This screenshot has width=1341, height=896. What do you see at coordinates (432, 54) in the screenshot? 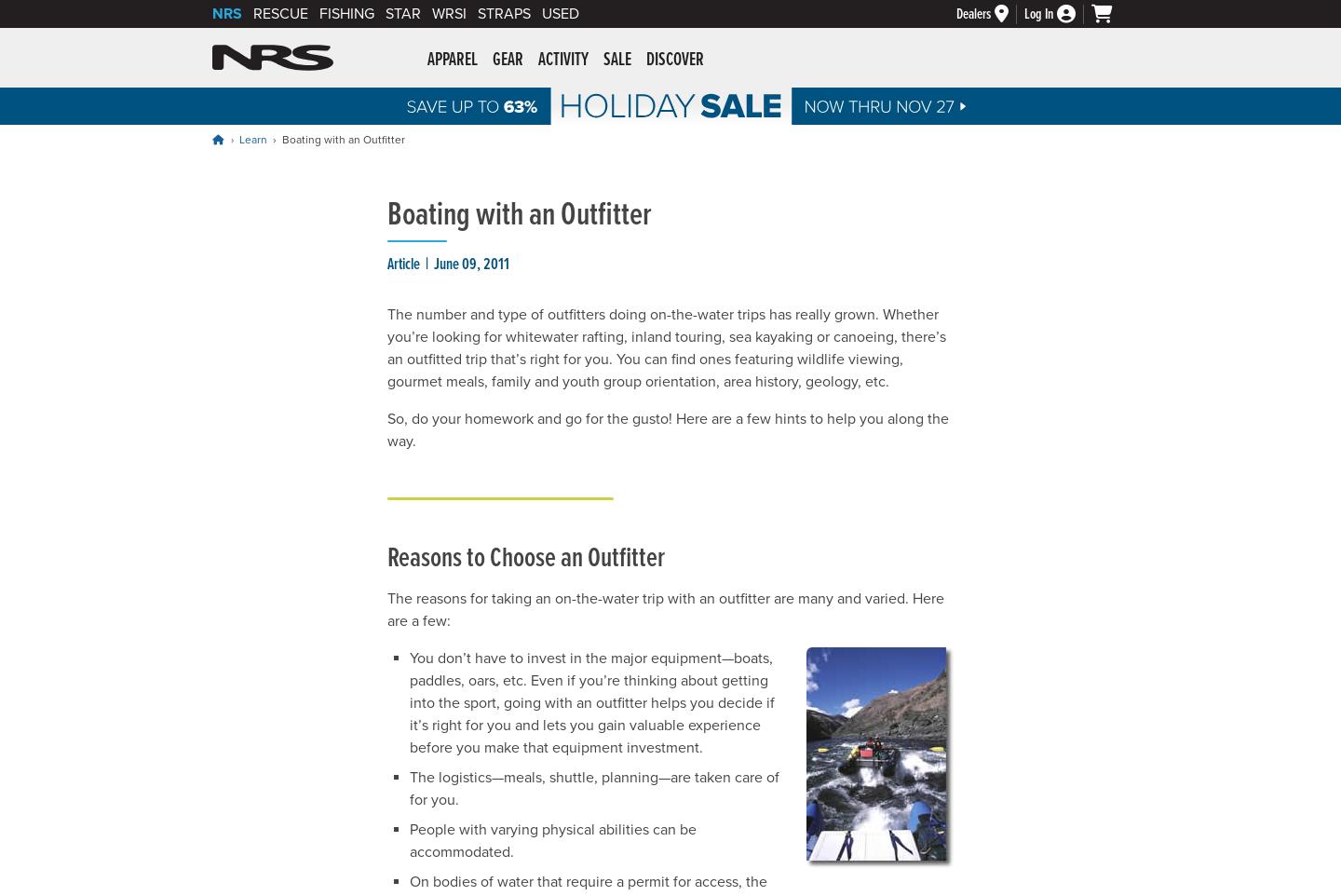
I see `'NRS: Northwest River Supplies'` at bounding box center [432, 54].